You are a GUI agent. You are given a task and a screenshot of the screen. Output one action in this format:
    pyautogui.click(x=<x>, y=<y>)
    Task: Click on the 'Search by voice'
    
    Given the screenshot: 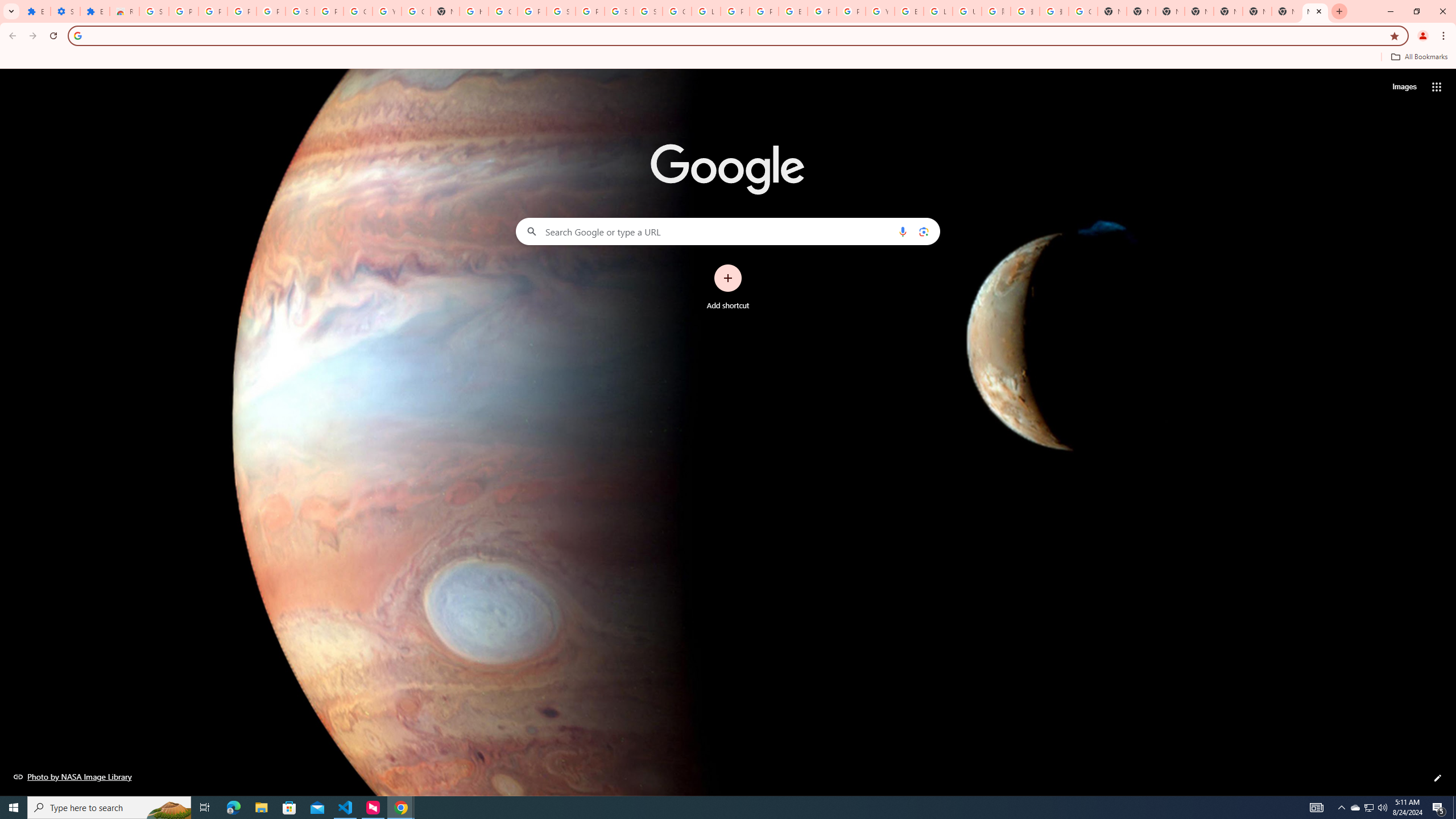 What is the action you would take?
    pyautogui.click(x=902, y=230)
    